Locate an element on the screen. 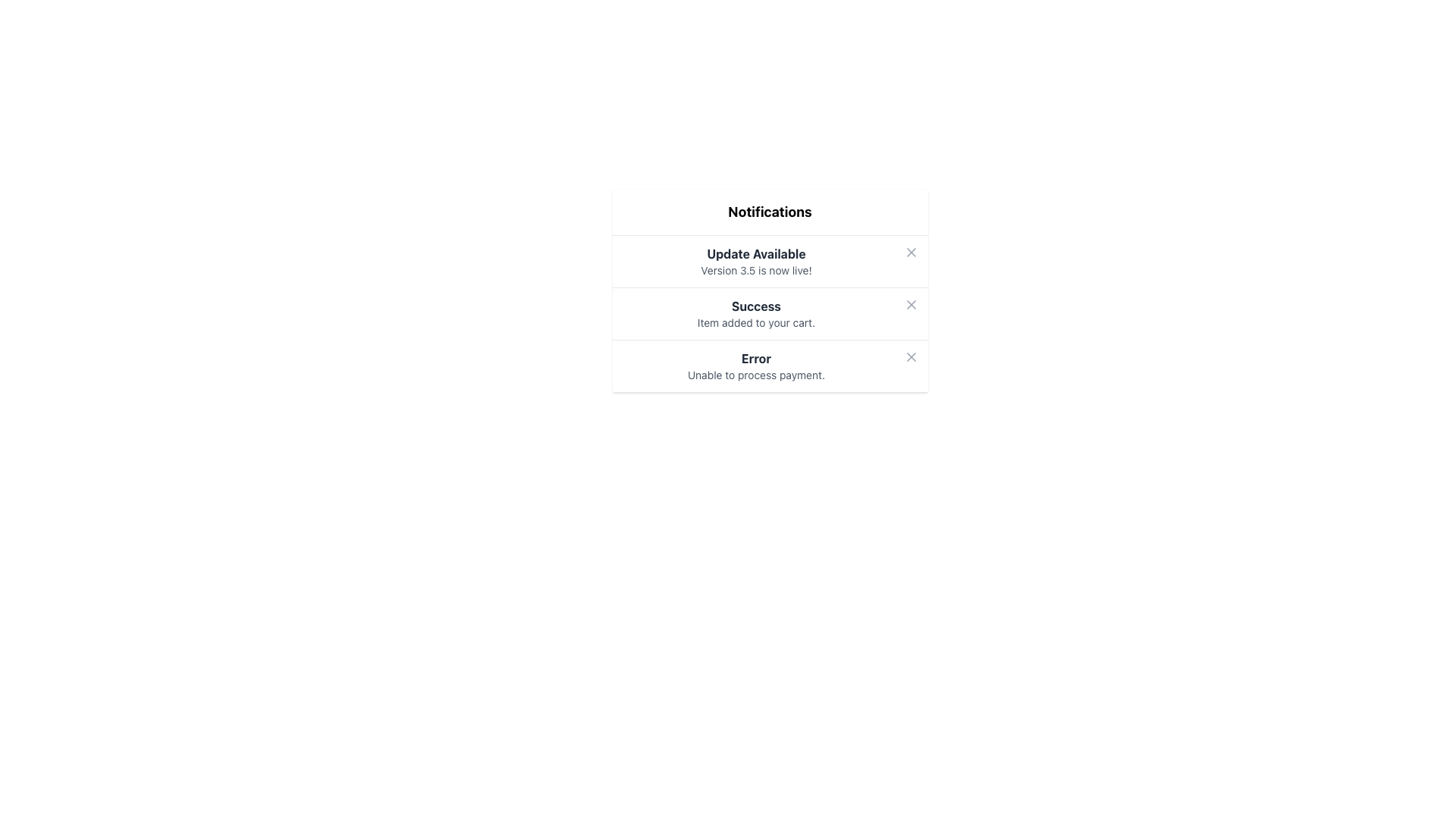 This screenshot has width=1456, height=819. the text element displaying 'Unable to process payment.' which is styled in light gray and located under the bold 'Error' label in the notification item is located at coordinates (756, 375).